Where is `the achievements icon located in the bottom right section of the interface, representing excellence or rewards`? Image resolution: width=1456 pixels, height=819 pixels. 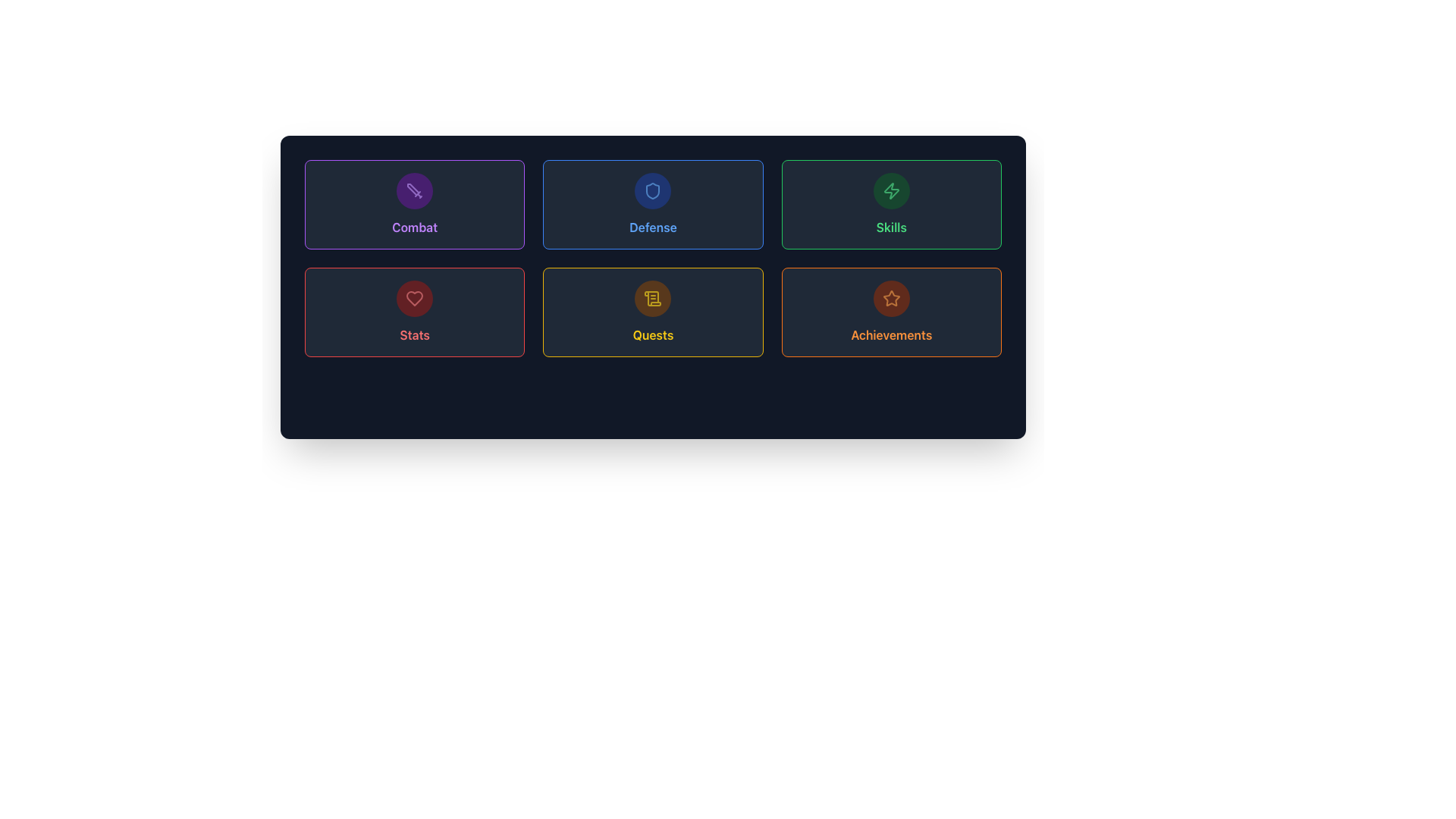 the achievements icon located in the bottom right section of the interface, representing excellence or rewards is located at coordinates (891, 298).